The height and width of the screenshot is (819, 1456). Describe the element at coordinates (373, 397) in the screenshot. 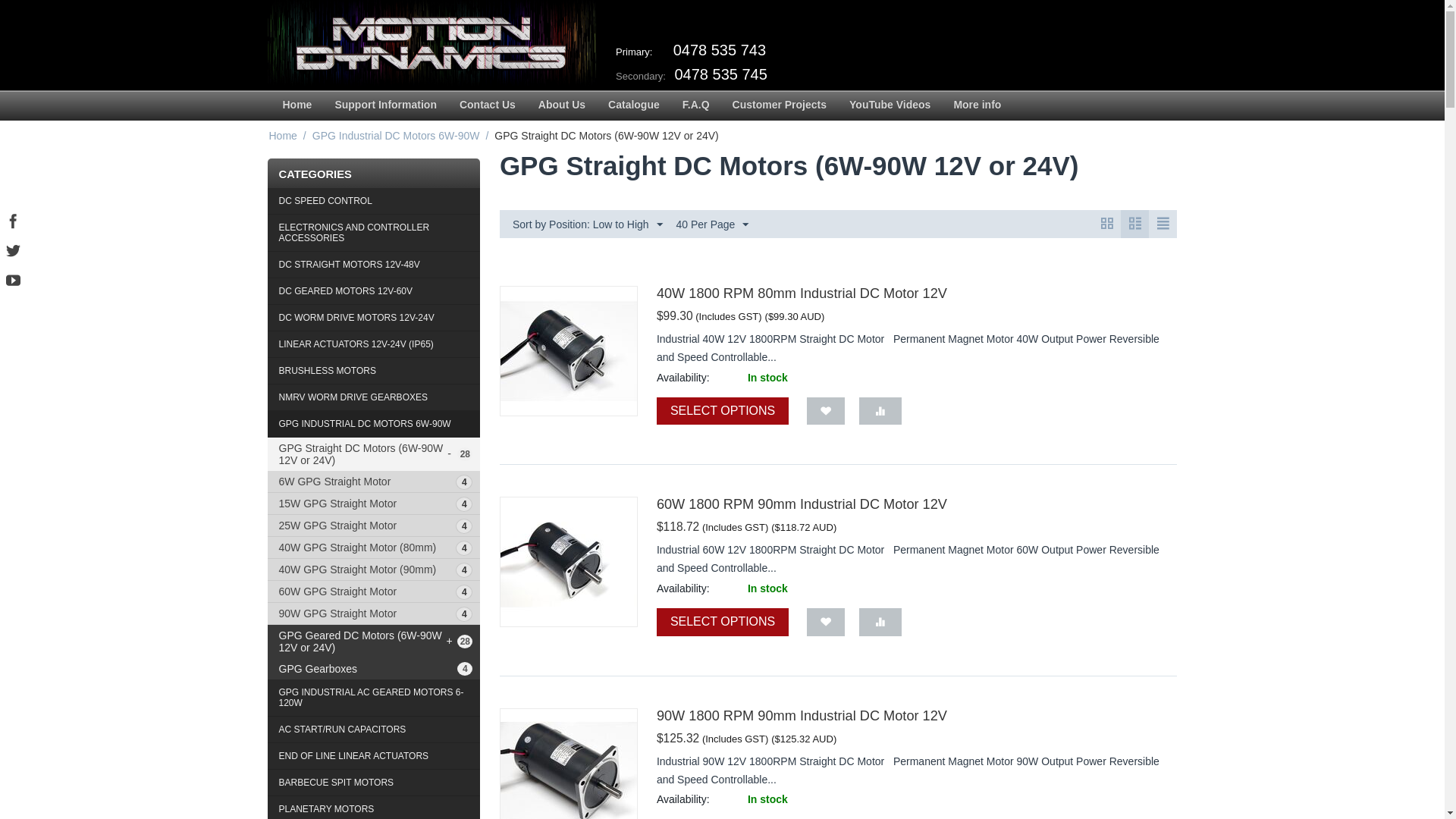

I see `'NMRV WORM DRIVE GEARBOXES'` at that location.